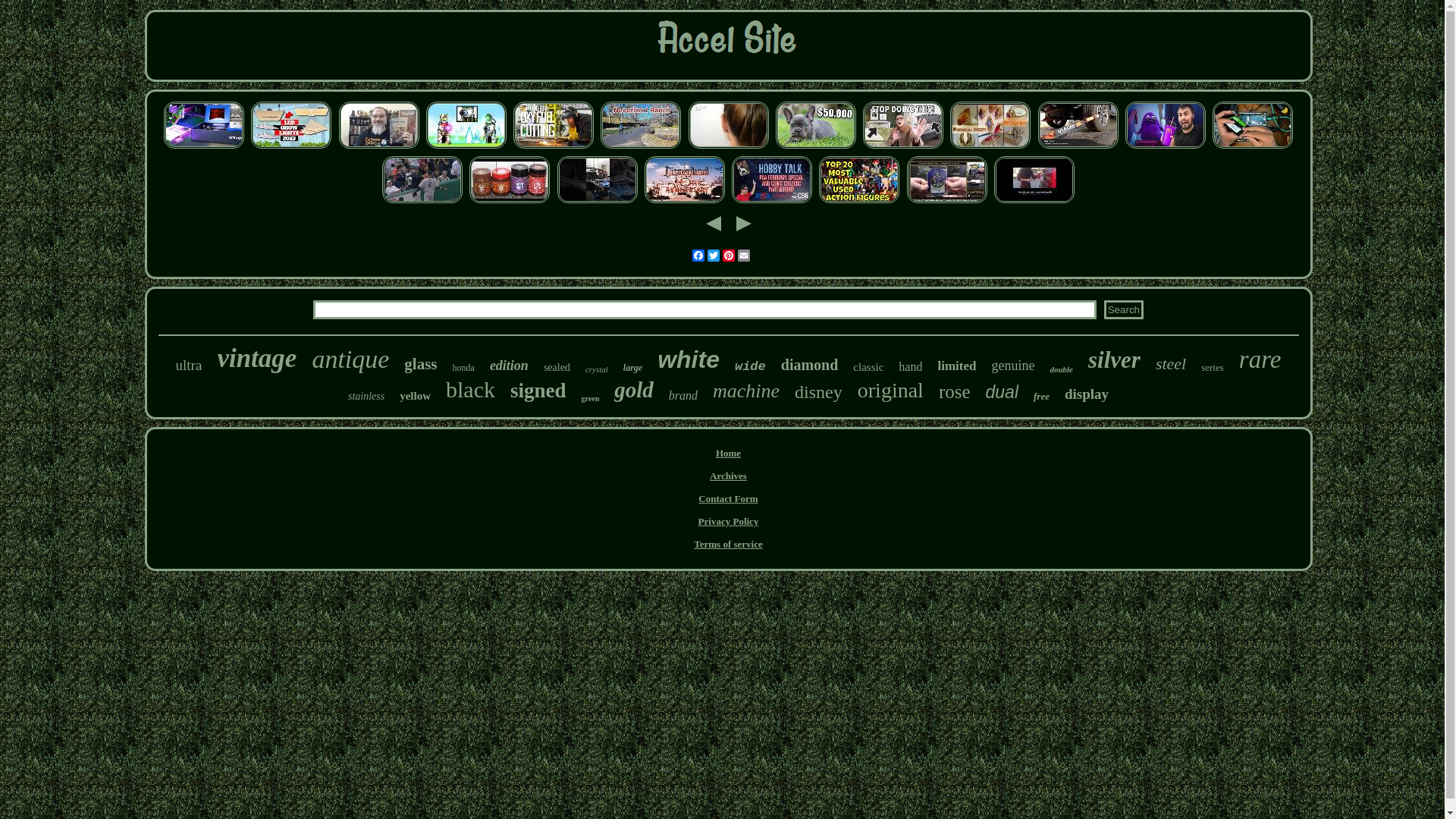  What do you see at coordinates (633, 389) in the screenshot?
I see `'gold'` at bounding box center [633, 389].